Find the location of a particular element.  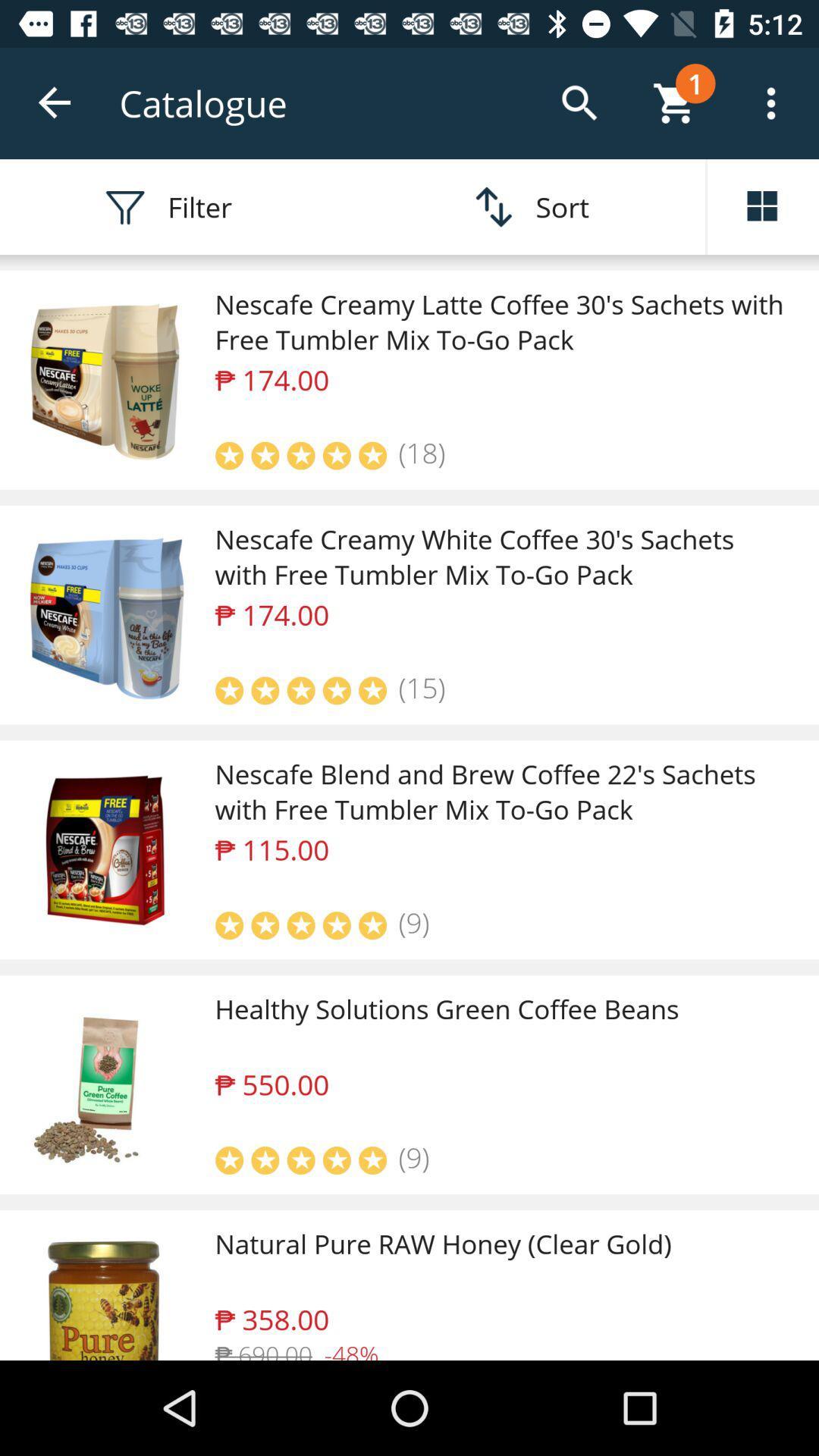

go back is located at coordinates (55, 102).